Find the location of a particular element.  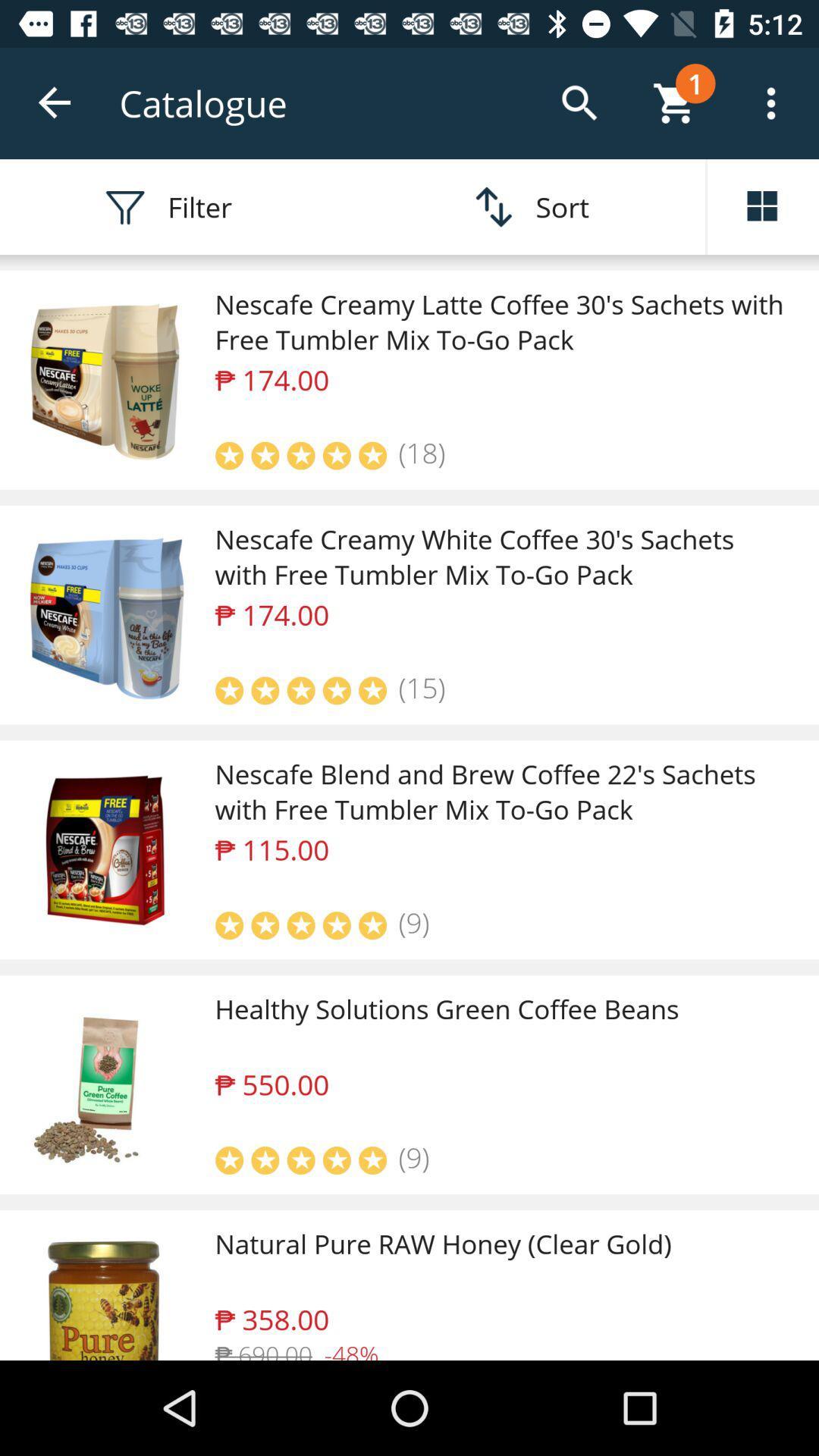

go back is located at coordinates (55, 102).